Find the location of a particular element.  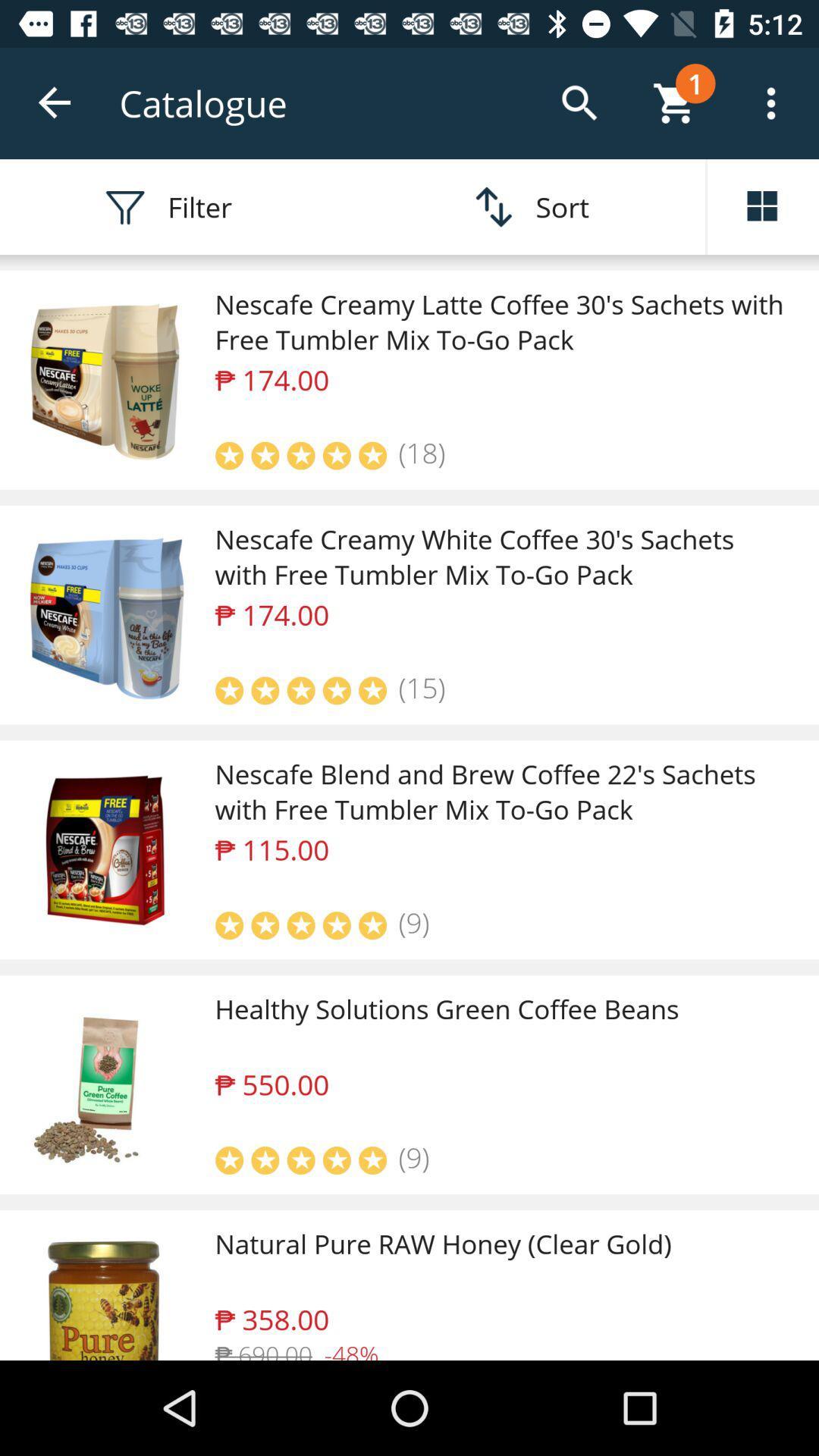

go back is located at coordinates (55, 102).